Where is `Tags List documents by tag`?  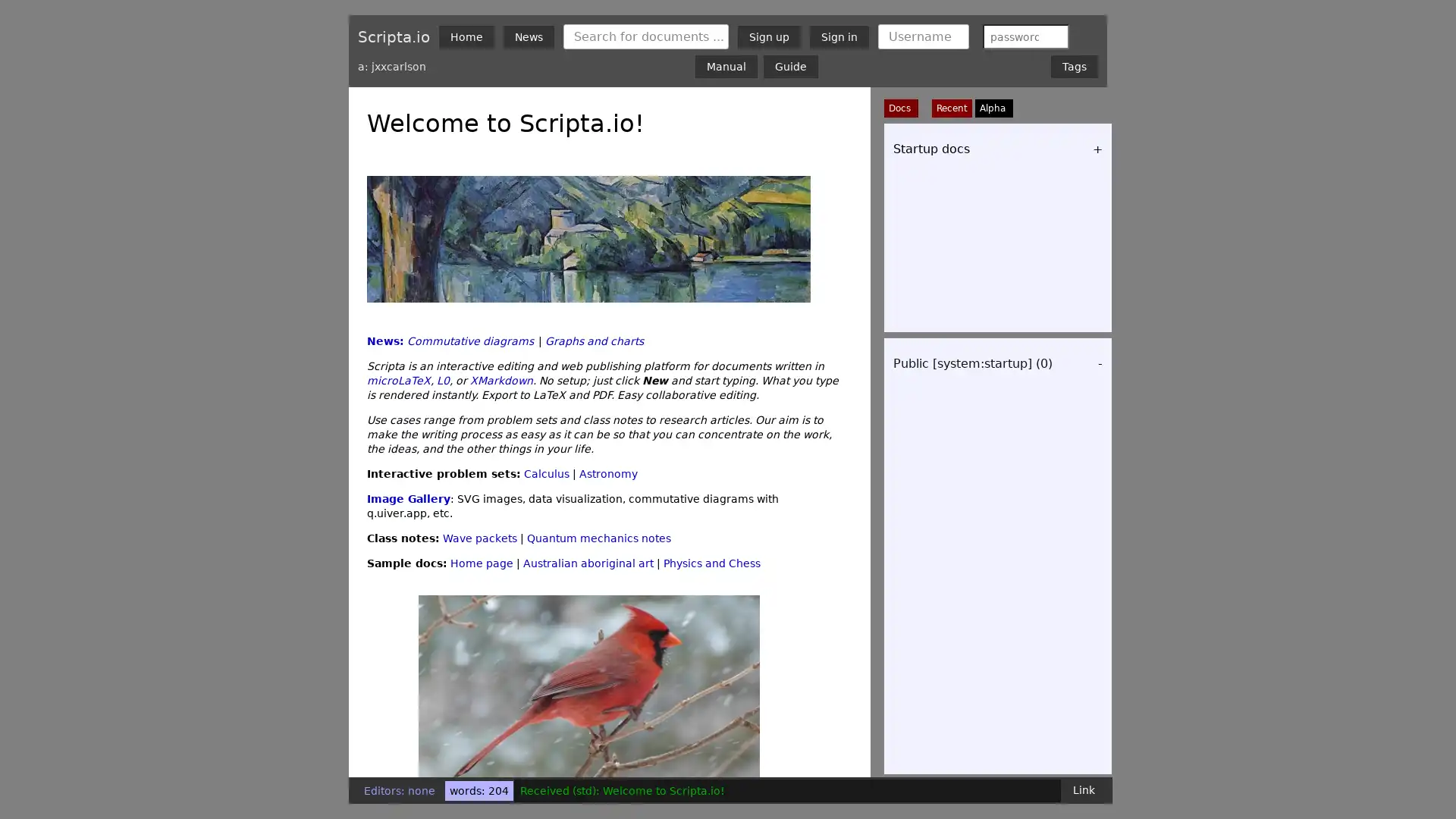 Tags List documents by tag is located at coordinates (1073, 66).